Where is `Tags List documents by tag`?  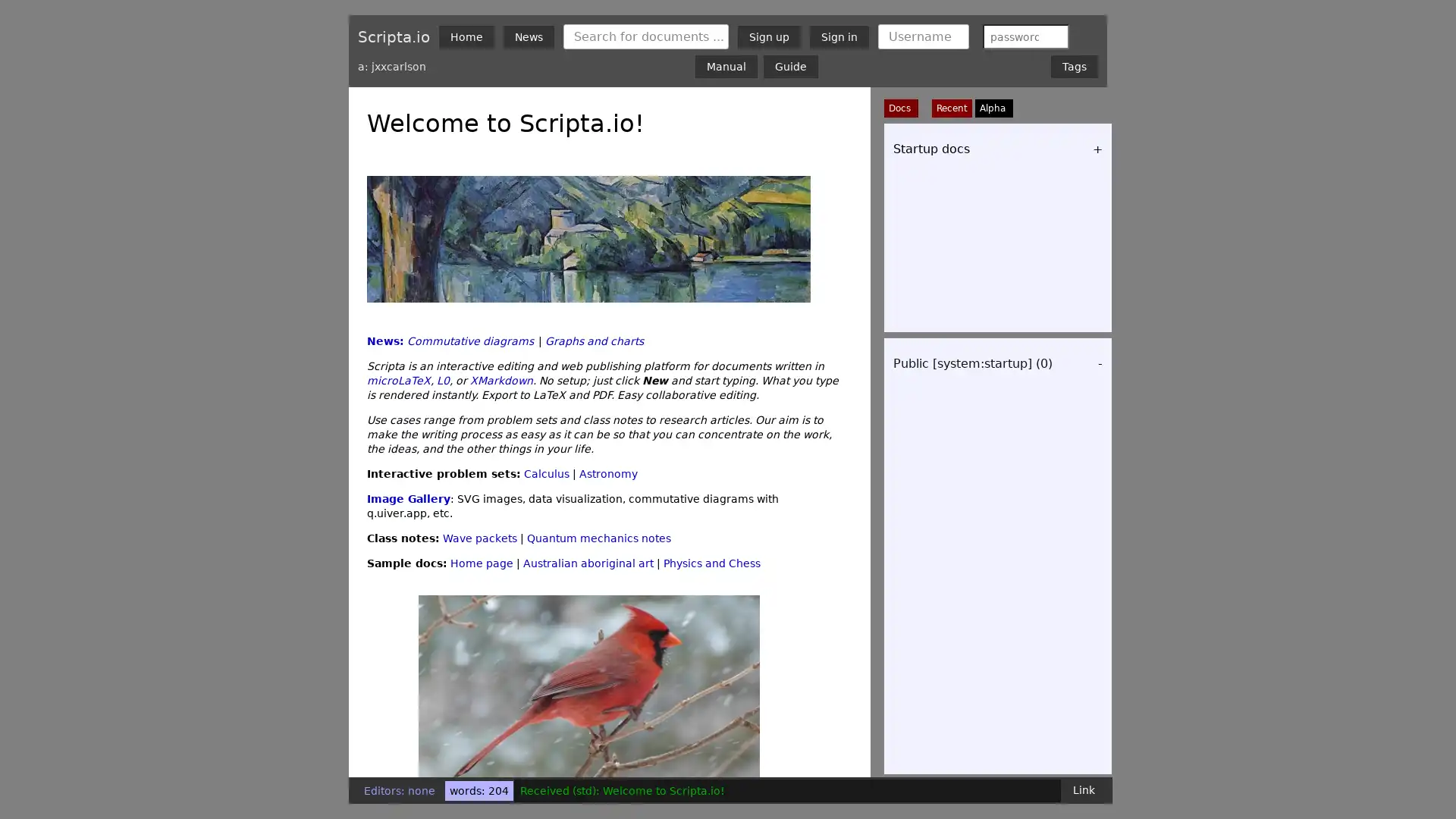 Tags List documents by tag is located at coordinates (1073, 66).